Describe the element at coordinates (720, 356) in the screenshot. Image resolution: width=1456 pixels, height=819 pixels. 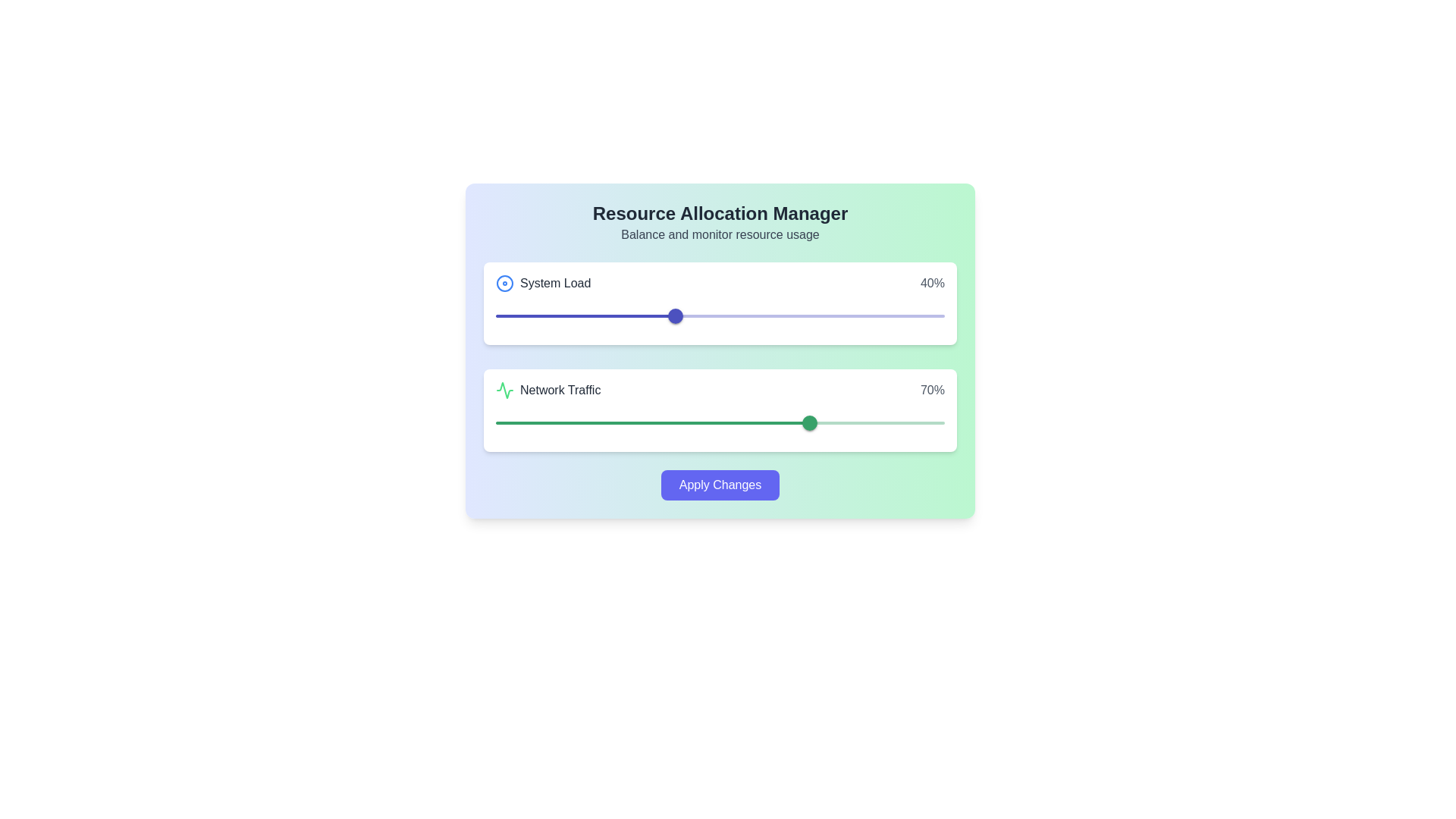
I see `and drag the slider indicator in the 'System Load' panel, which is positioned at 40%, to adjust resource settings` at that location.